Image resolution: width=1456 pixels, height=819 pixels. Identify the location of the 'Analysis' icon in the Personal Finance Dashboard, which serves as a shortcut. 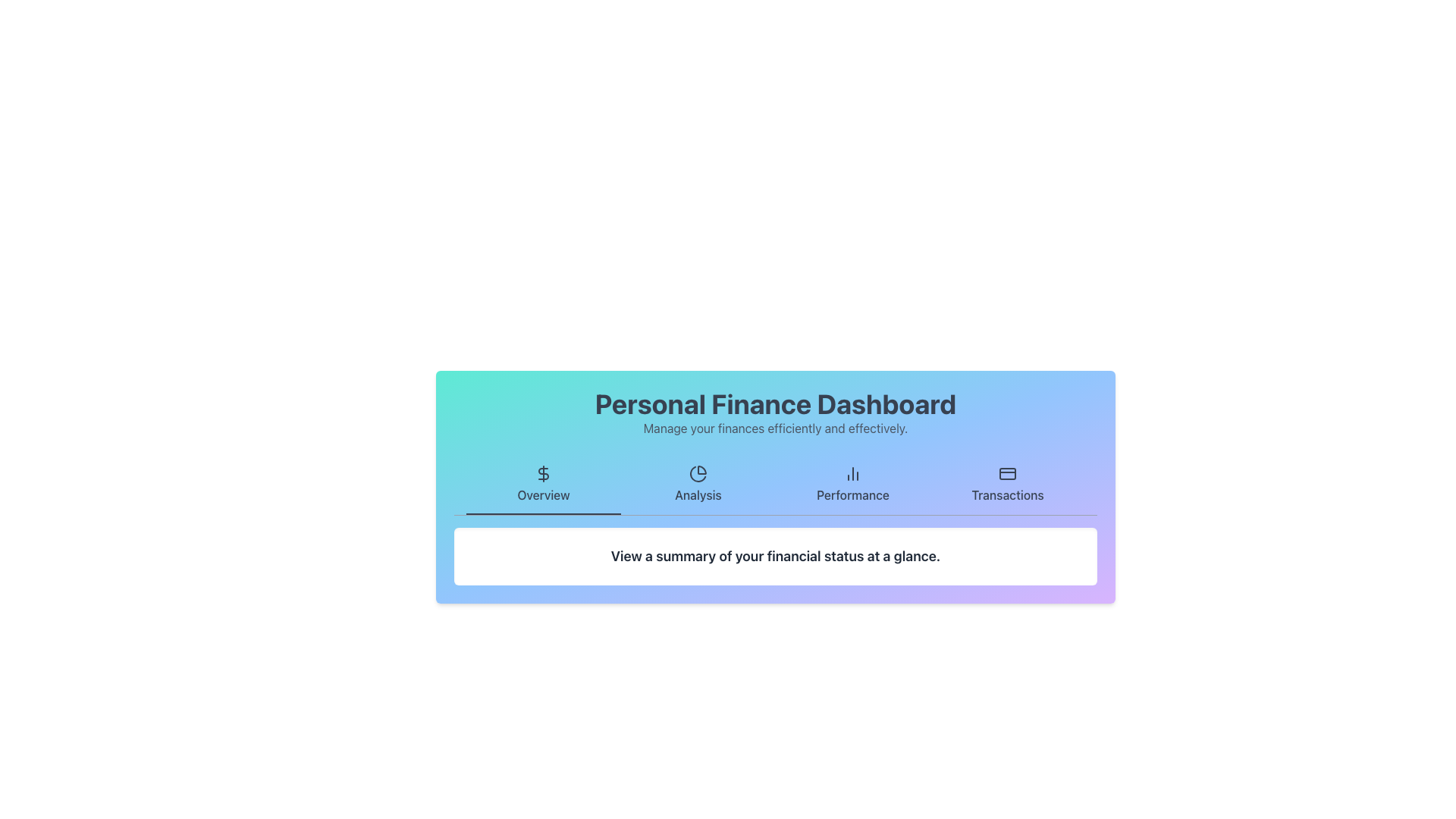
(698, 472).